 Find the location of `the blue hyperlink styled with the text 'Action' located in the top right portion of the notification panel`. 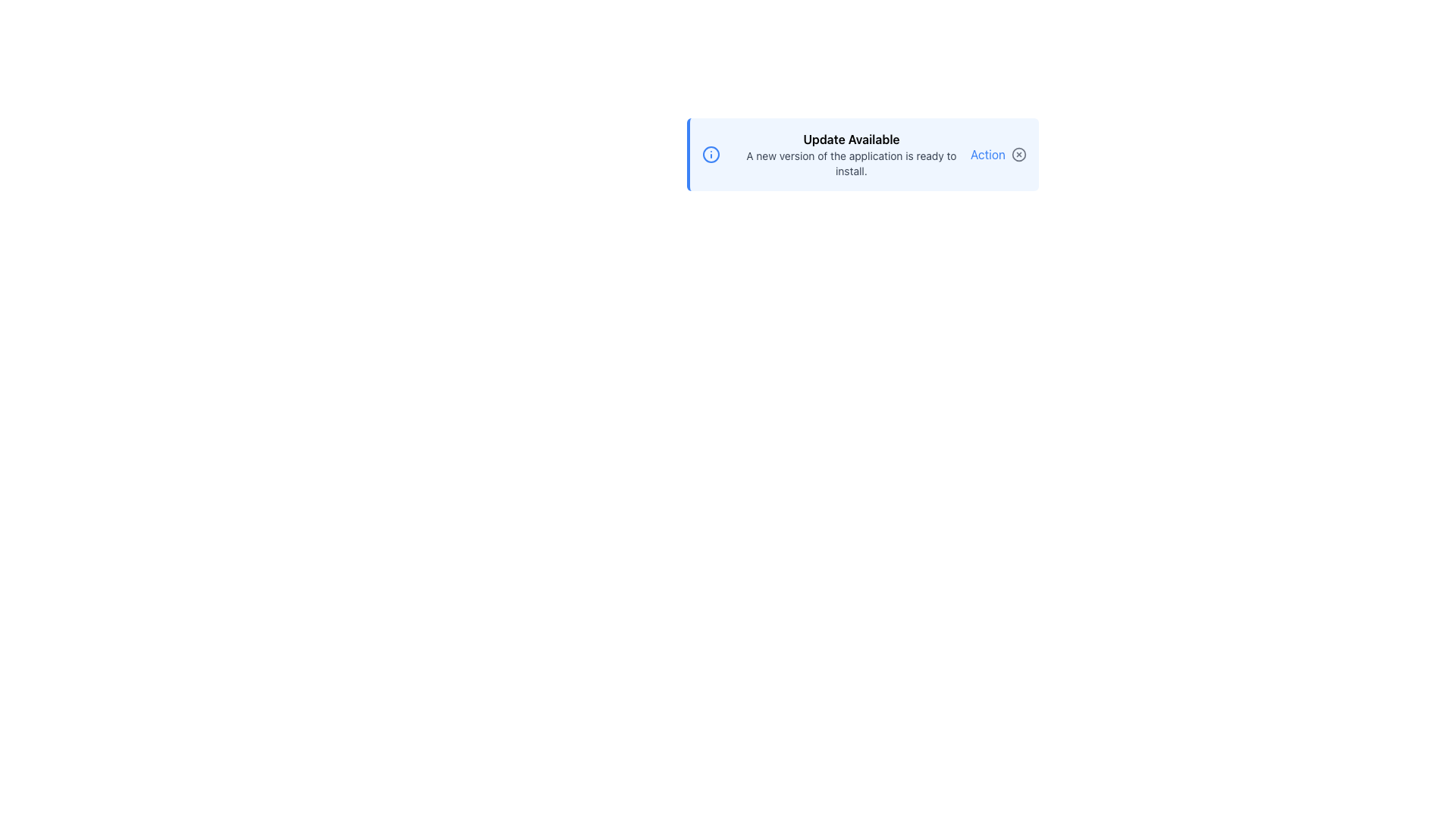

the blue hyperlink styled with the text 'Action' located in the top right portion of the notification panel is located at coordinates (987, 155).